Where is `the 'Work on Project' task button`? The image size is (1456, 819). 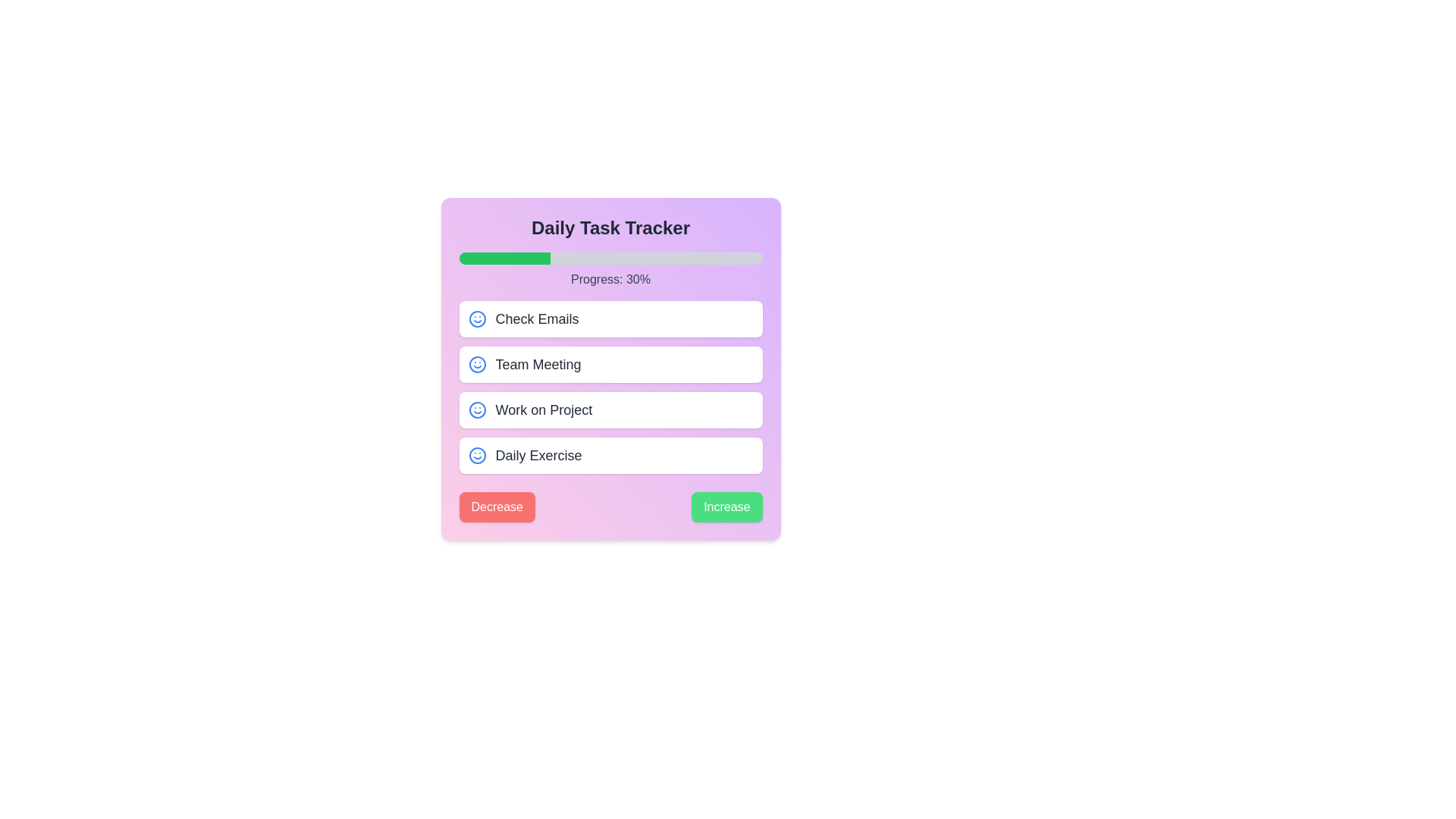 the 'Work on Project' task button is located at coordinates (610, 409).